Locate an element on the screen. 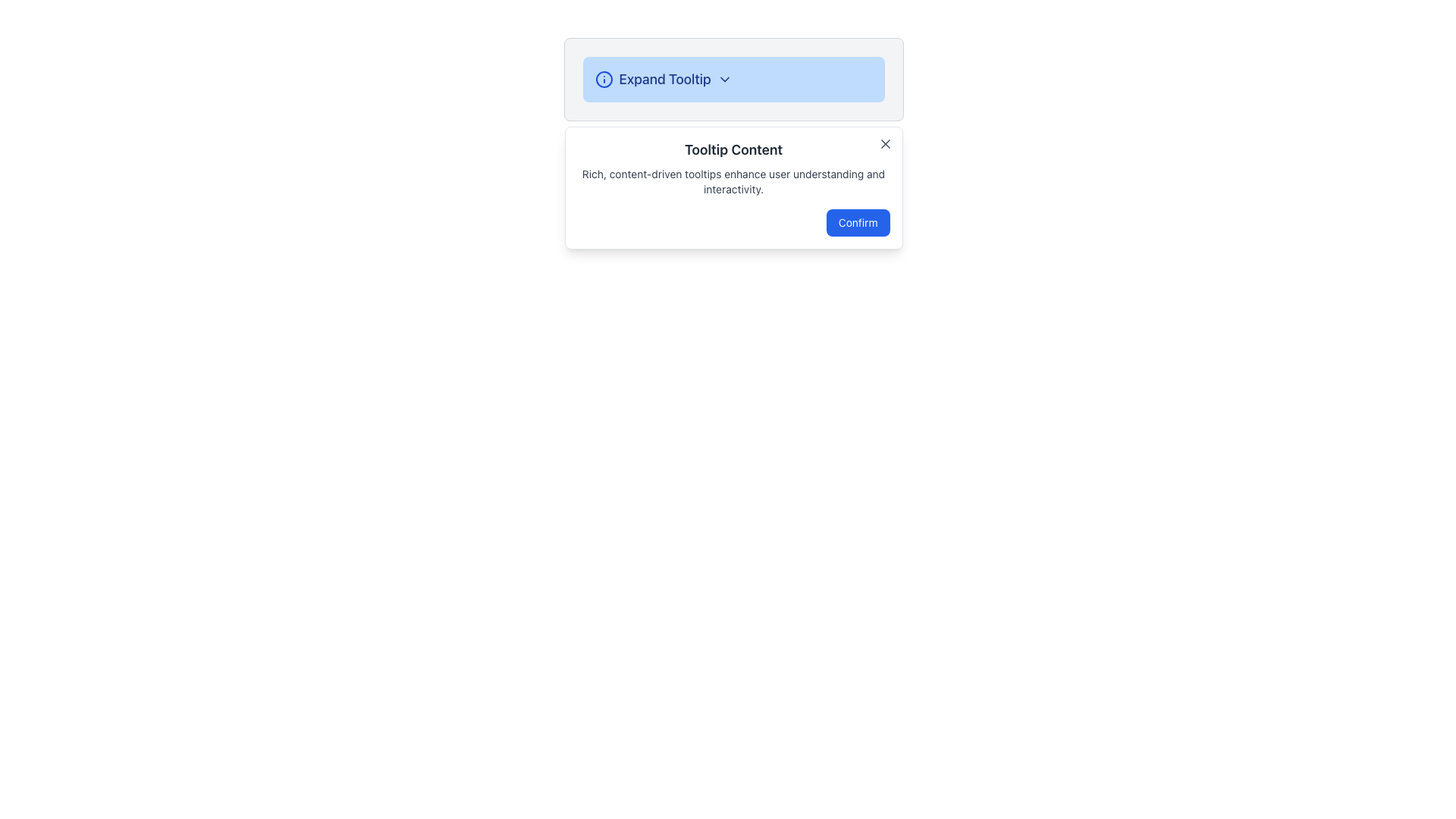  the 'Confirm' button with a blue background and white text located at the bottom right corner of the tooltip-like dialog box to confirm the action is located at coordinates (858, 222).